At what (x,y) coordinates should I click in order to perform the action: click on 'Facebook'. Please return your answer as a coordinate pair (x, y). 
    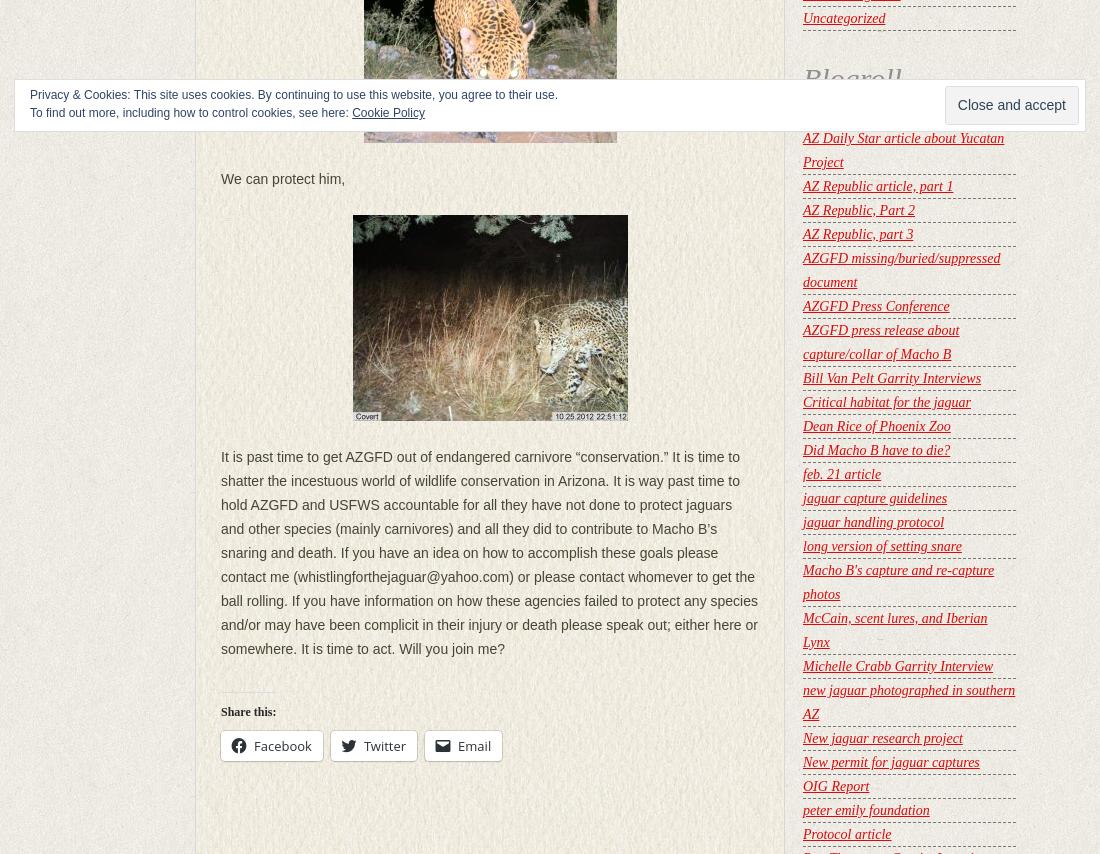
    Looking at the image, I should click on (281, 744).